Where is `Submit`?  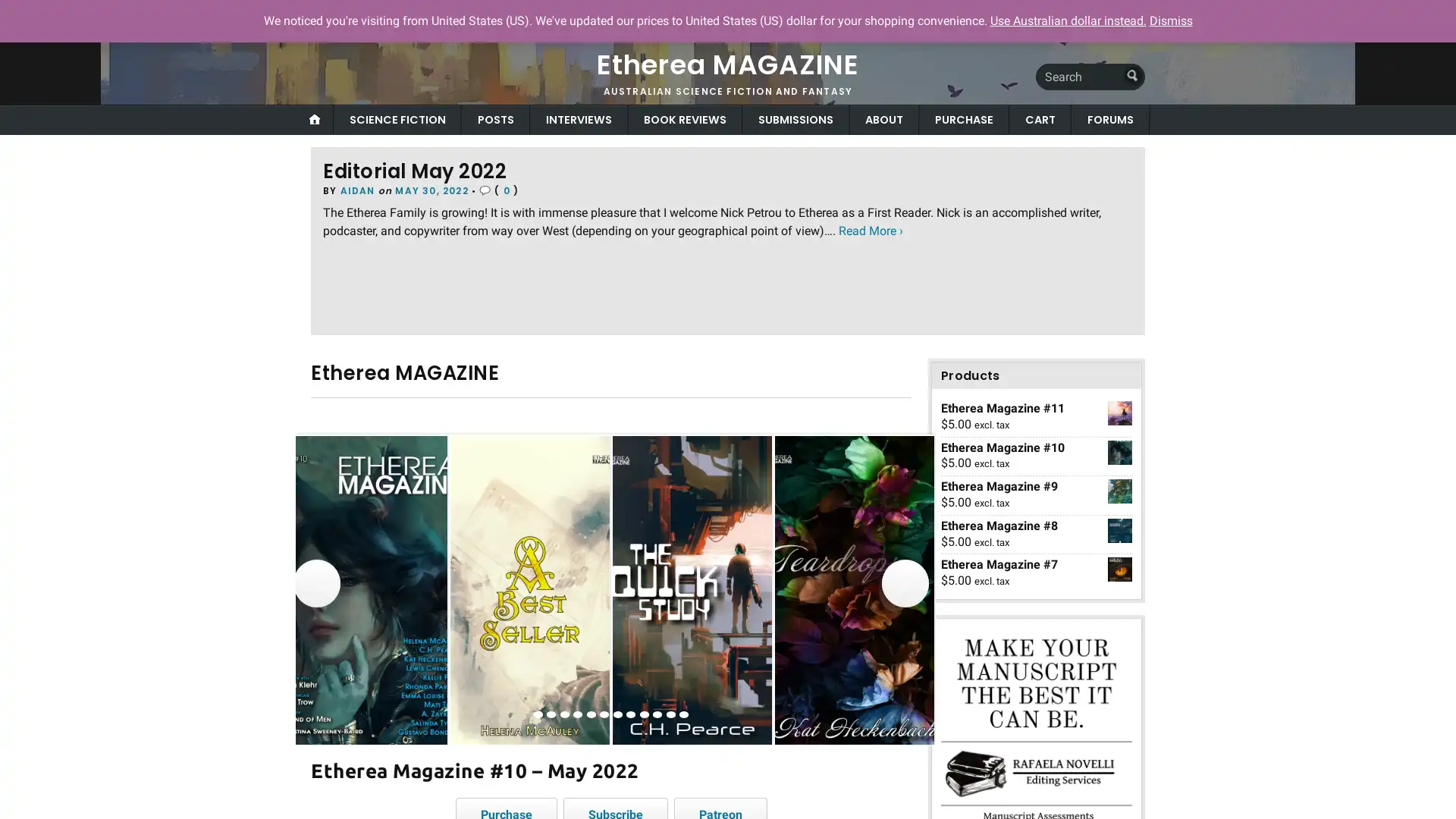 Submit is located at coordinates (1132, 76).